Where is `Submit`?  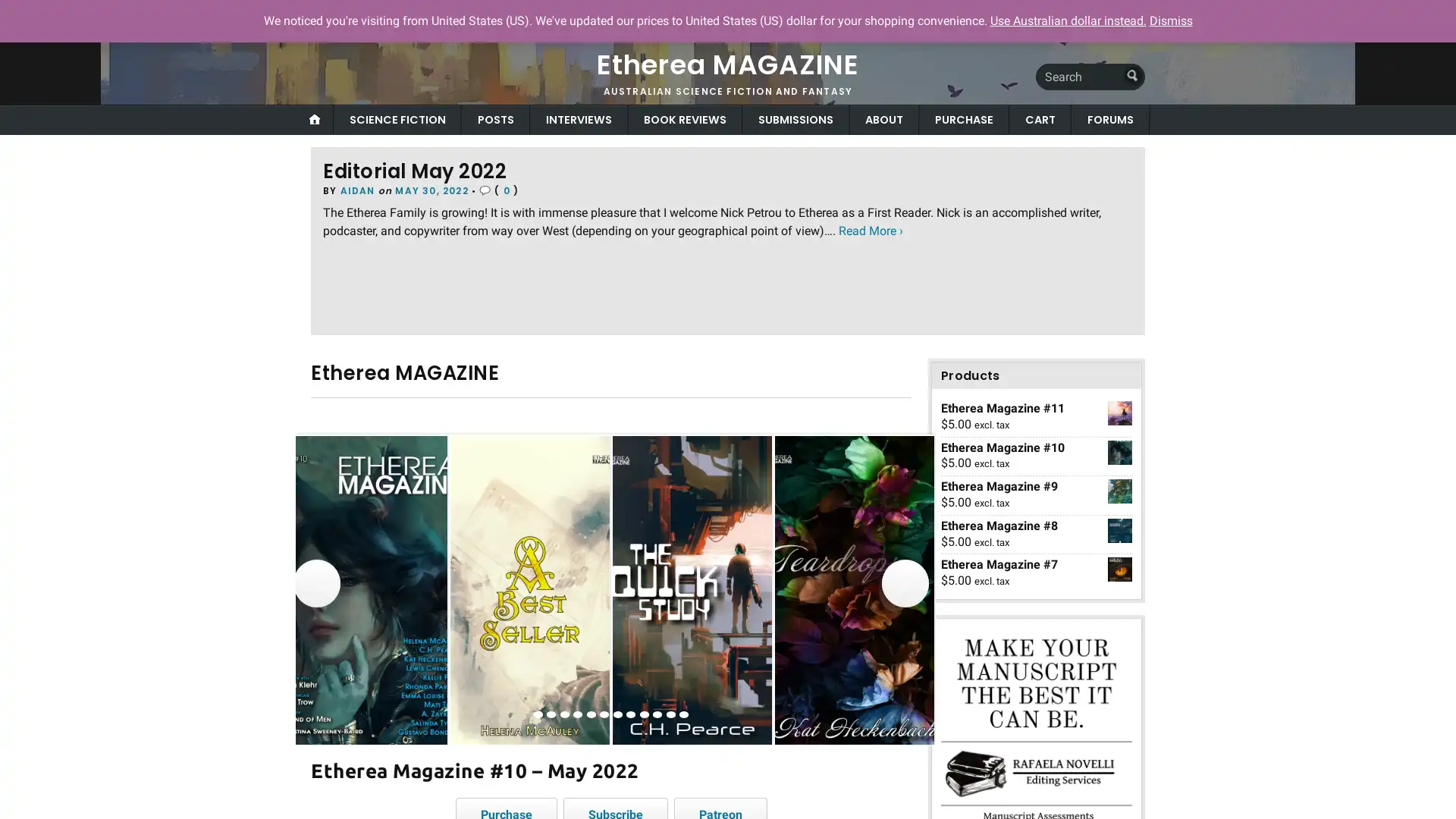 Submit is located at coordinates (1132, 76).